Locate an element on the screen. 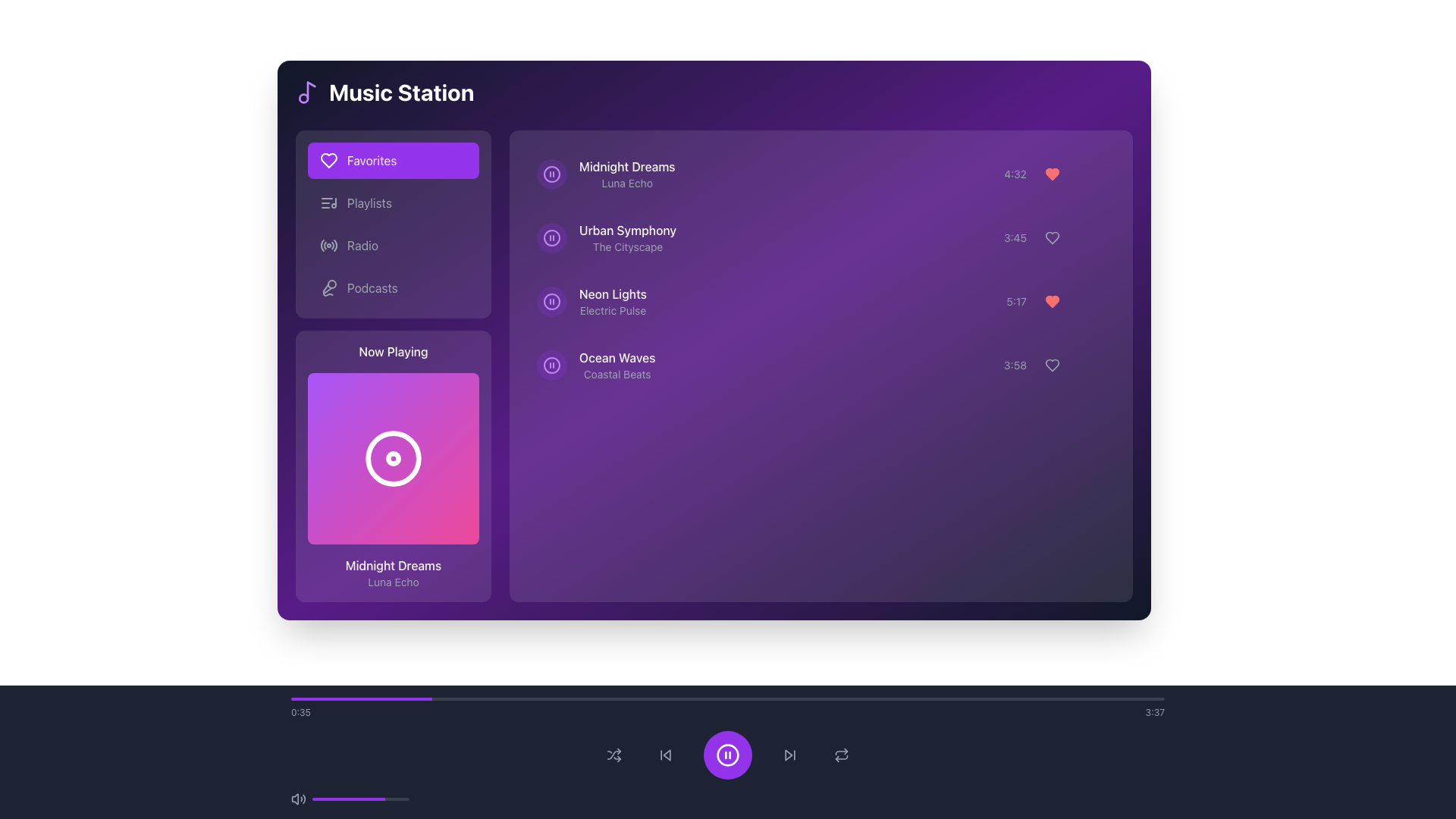  the options button located to the right of the '5:17' text in the third row of the song list, adjacent to the red heart icon for the 'Neon Lights' song entry is located at coordinates (1092, 301).